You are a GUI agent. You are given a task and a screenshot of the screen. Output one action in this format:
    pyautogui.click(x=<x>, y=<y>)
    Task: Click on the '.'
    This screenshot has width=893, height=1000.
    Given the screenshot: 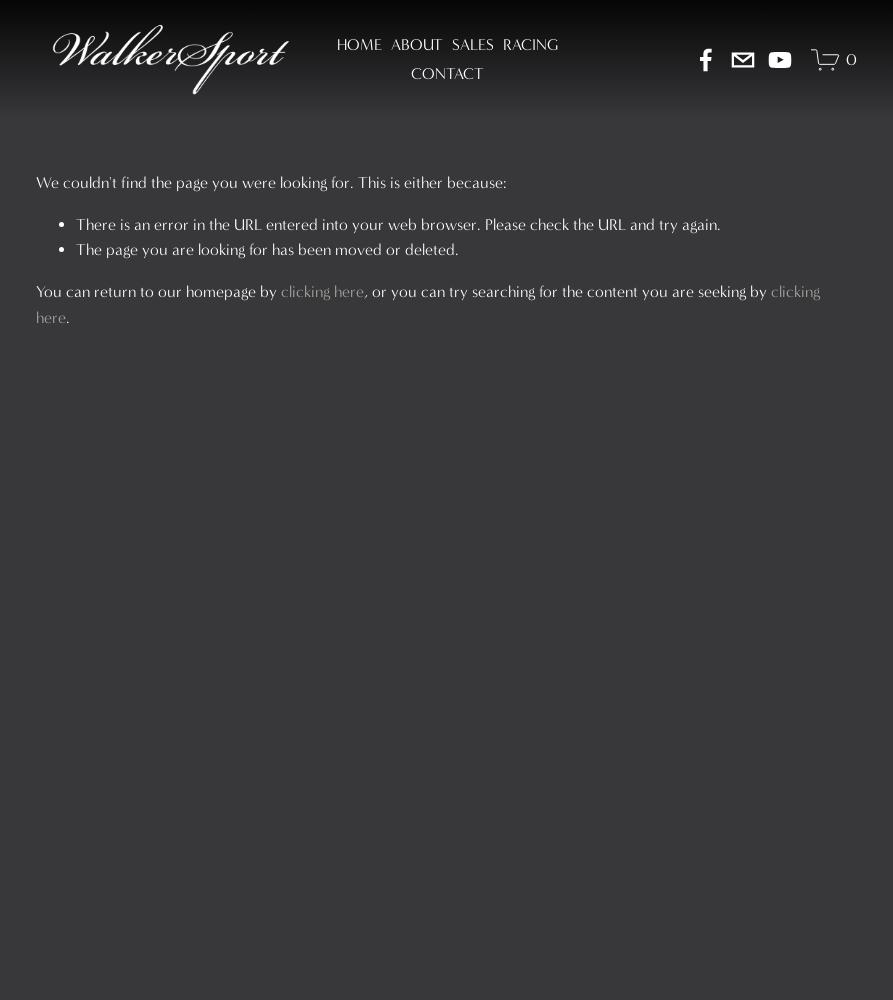 What is the action you would take?
    pyautogui.click(x=66, y=315)
    